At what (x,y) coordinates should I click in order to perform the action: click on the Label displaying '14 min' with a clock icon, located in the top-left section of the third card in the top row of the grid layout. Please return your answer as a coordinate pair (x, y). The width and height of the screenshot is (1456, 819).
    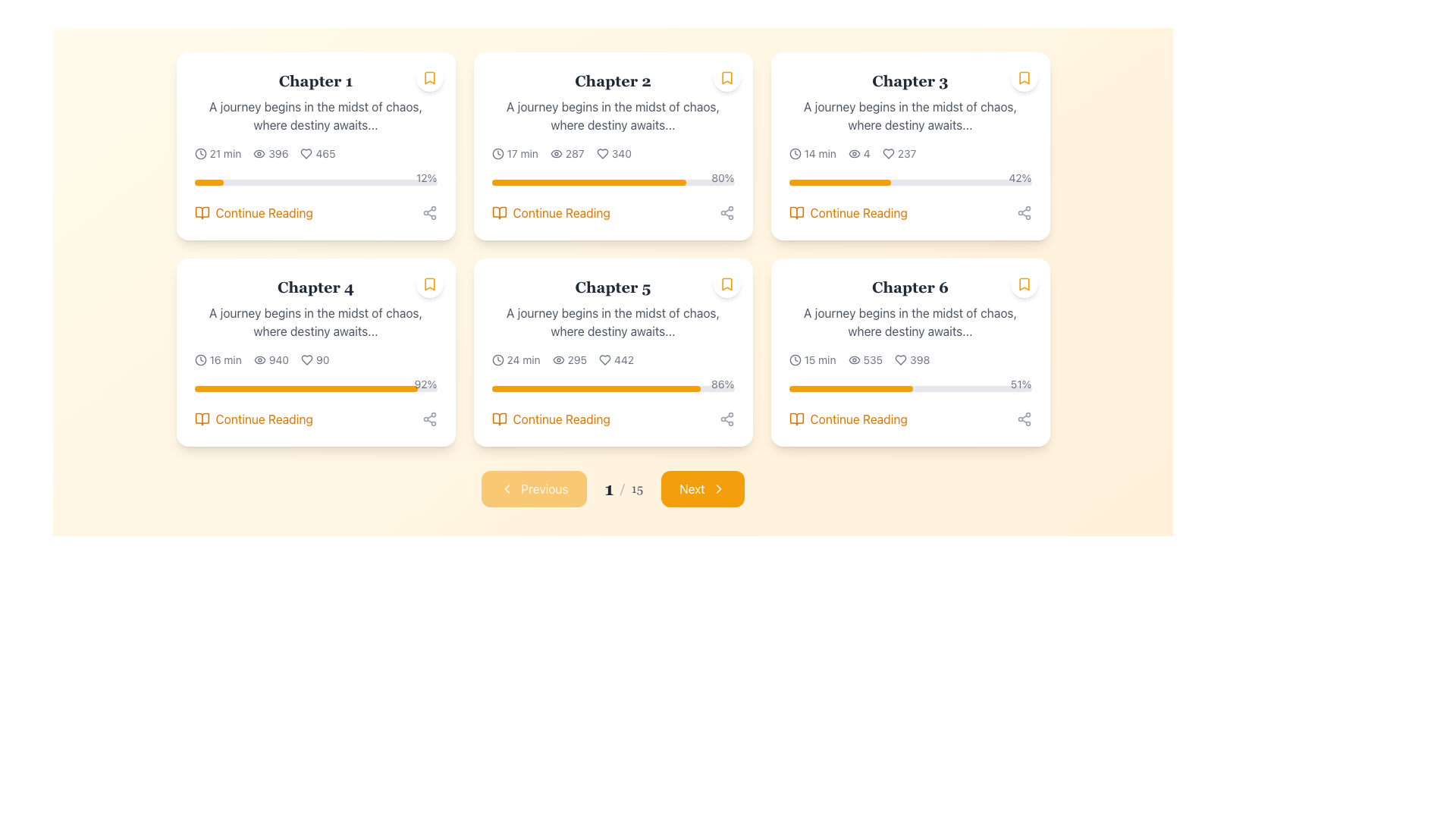
    Looking at the image, I should click on (811, 154).